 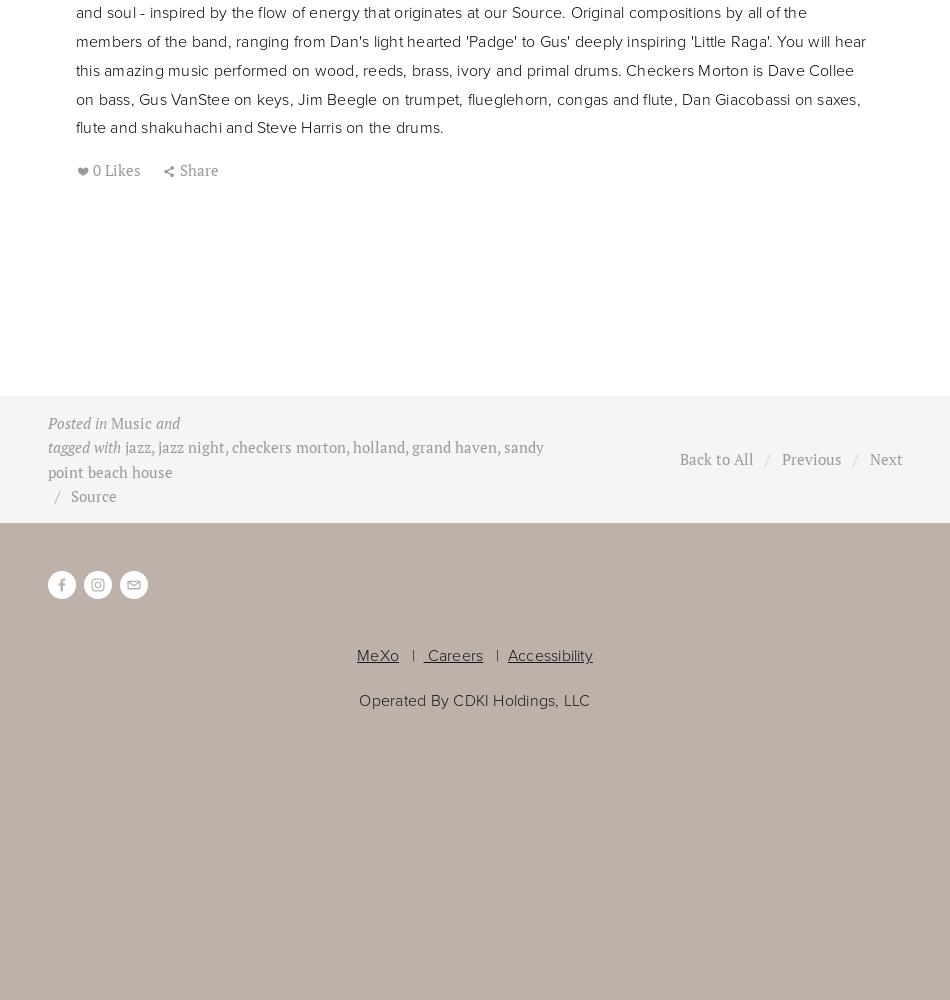 I want to click on 'Source', so click(x=93, y=494).